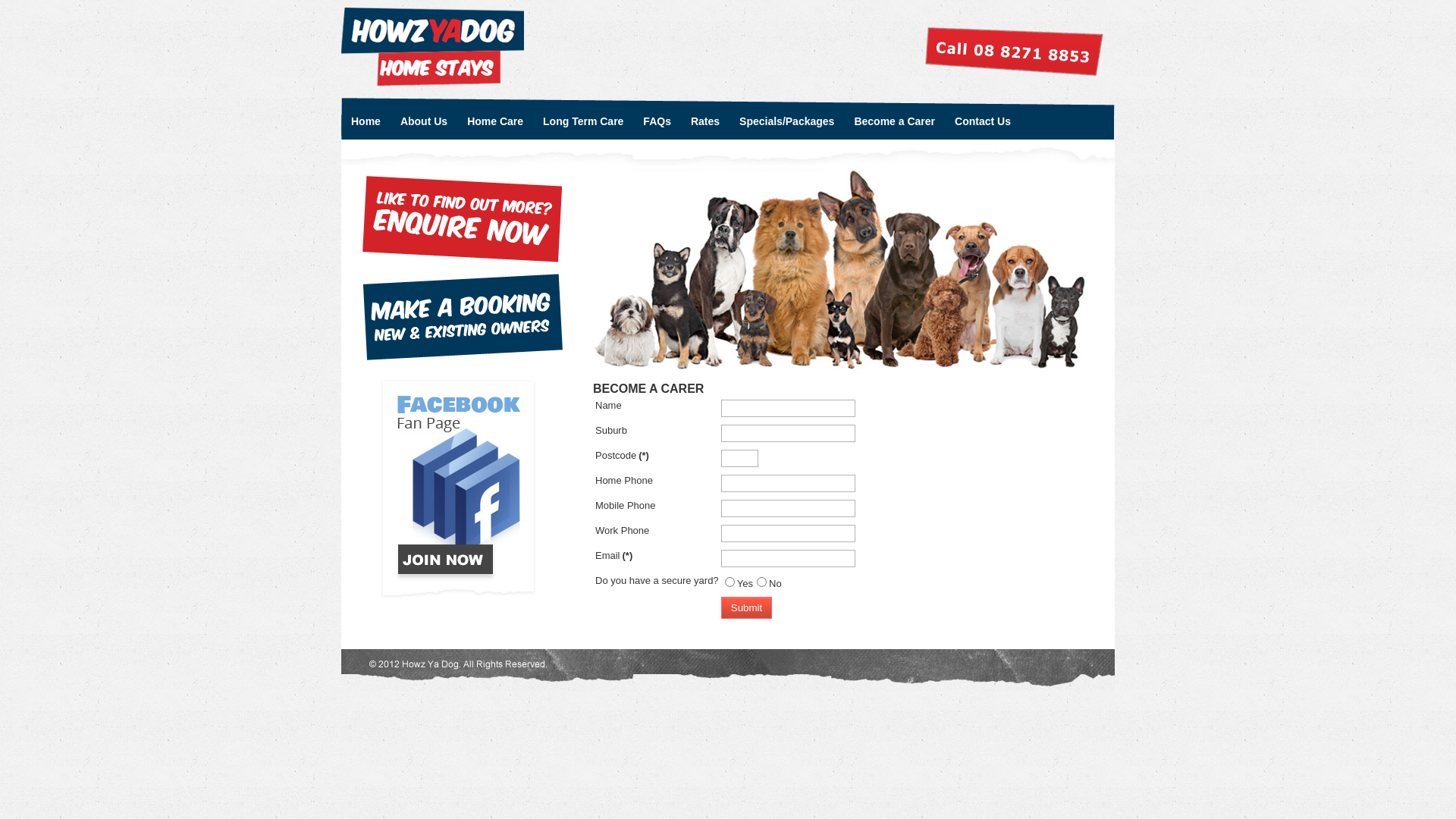  What do you see at coordinates (983, 117) in the screenshot?
I see `'Contact Us'` at bounding box center [983, 117].